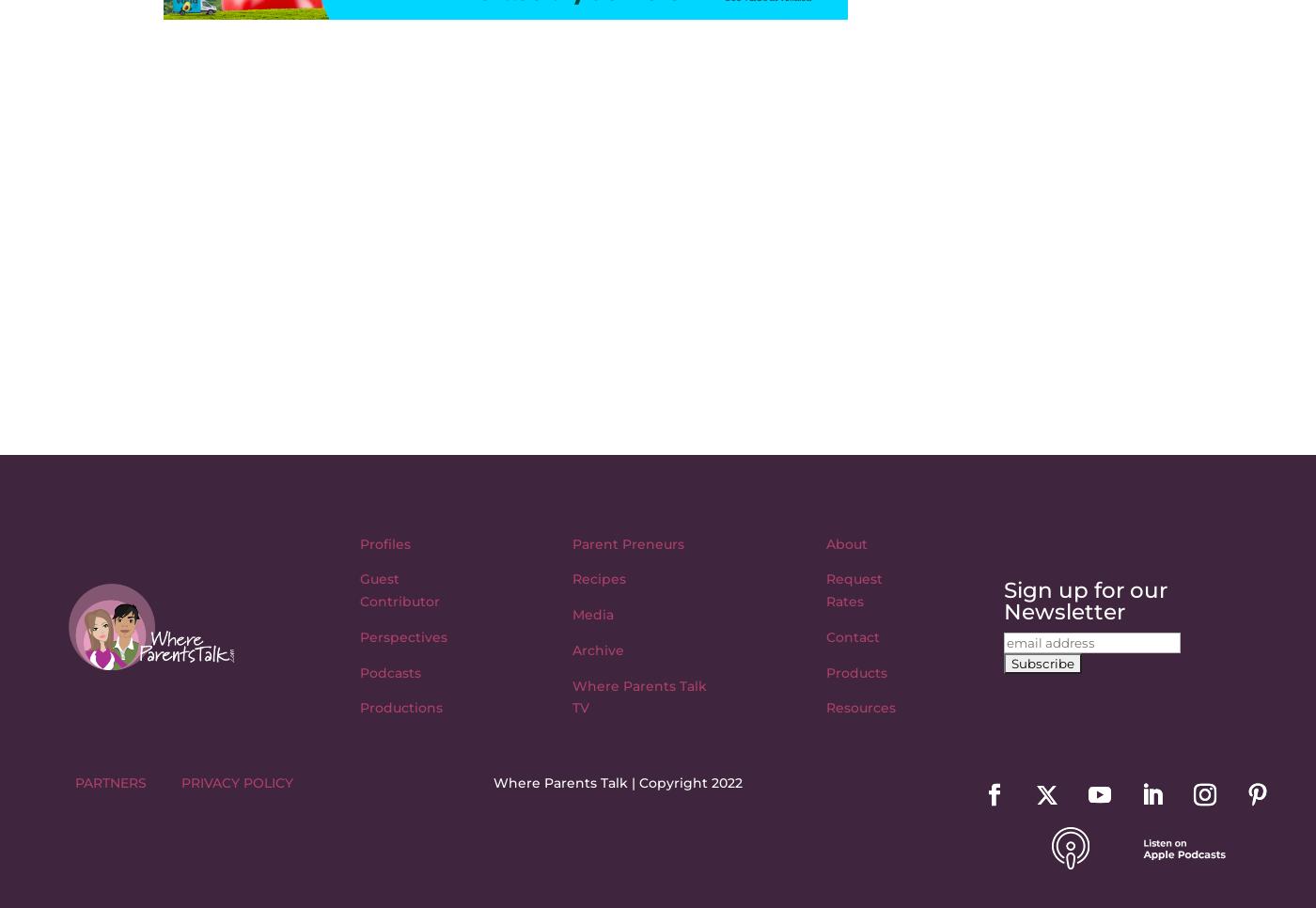 This screenshot has height=908, width=1316. I want to click on 'Archive', so click(597, 649).